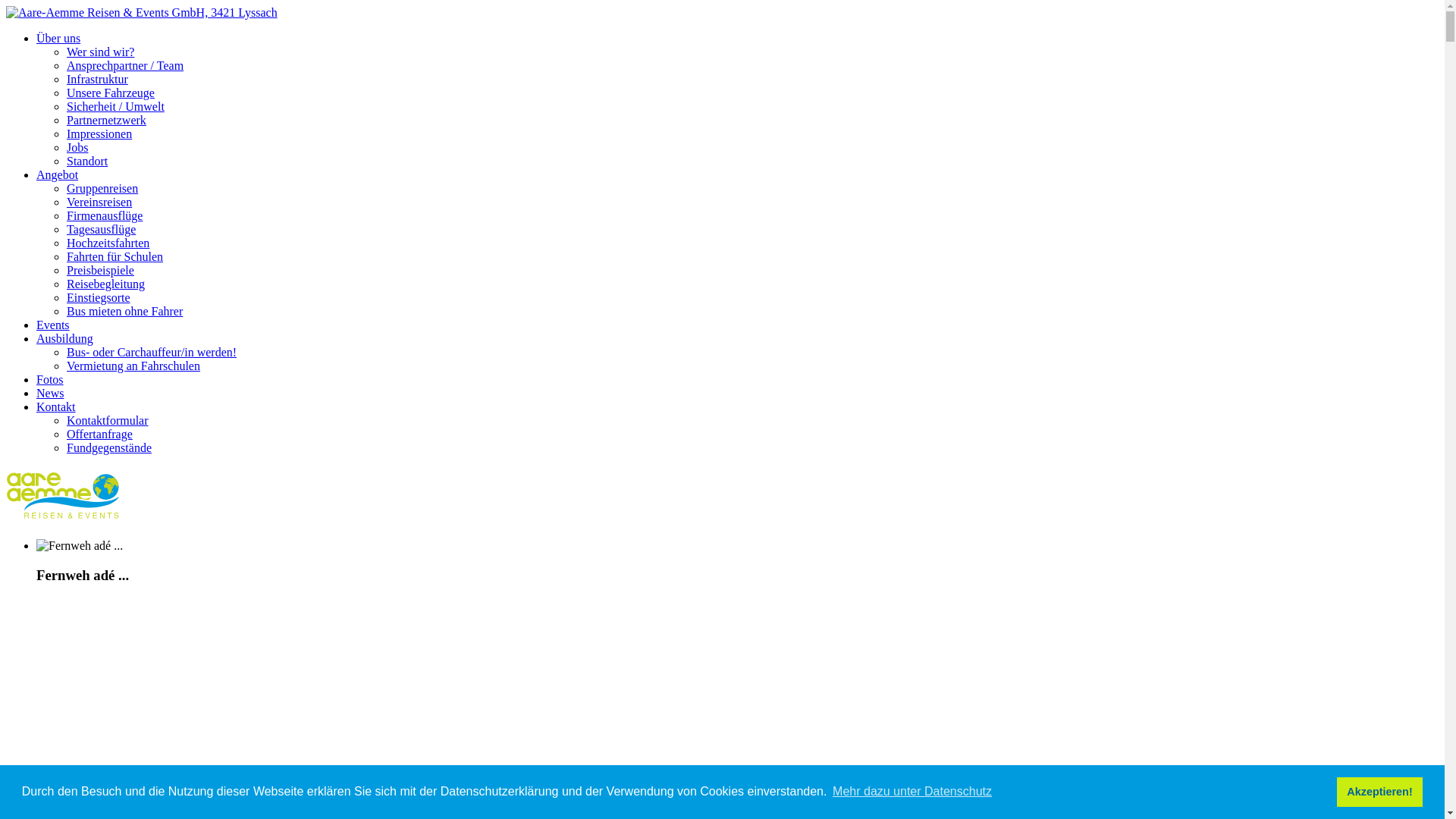 This screenshot has width=1456, height=819. Describe the element at coordinates (65, 187) in the screenshot. I see `'Gruppenreisen'` at that location.